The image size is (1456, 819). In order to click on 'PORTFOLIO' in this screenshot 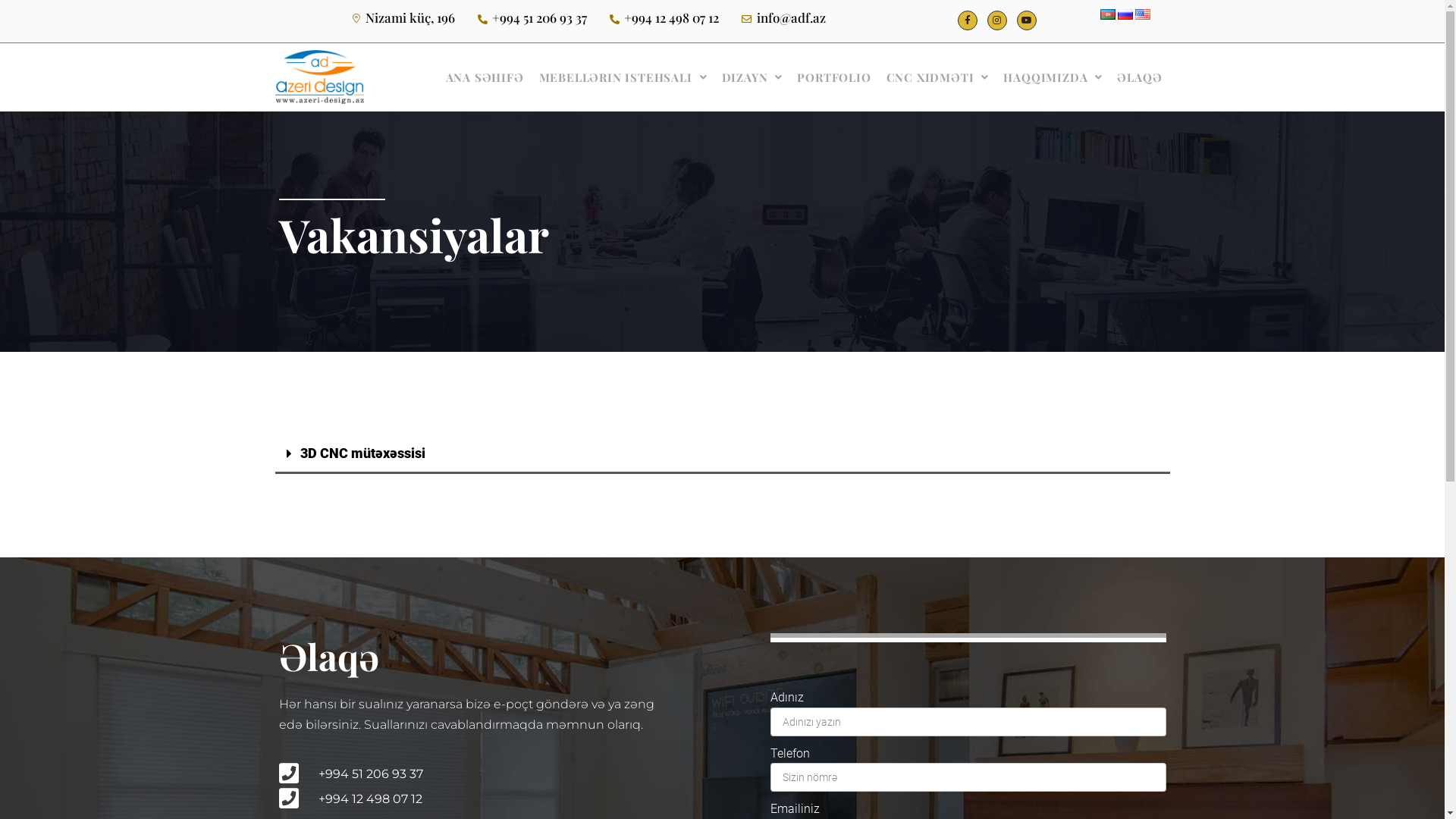, I will do `click(789, 77)`.